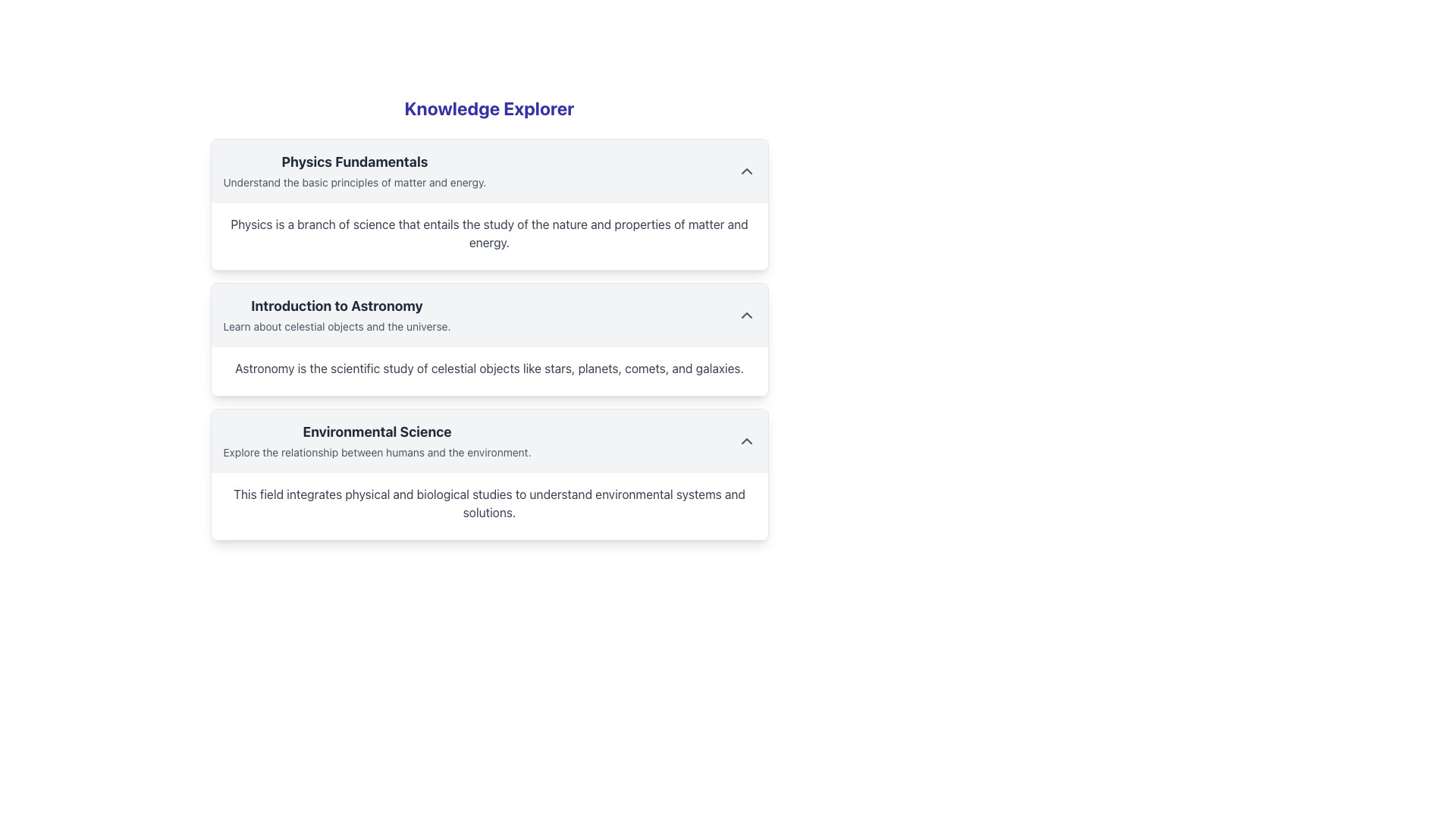 The image size is (1456, 819). I want to click on supplementary text label located beneath the header 'Physics Fundamentals' in the first item of the list, so click(353, 181).